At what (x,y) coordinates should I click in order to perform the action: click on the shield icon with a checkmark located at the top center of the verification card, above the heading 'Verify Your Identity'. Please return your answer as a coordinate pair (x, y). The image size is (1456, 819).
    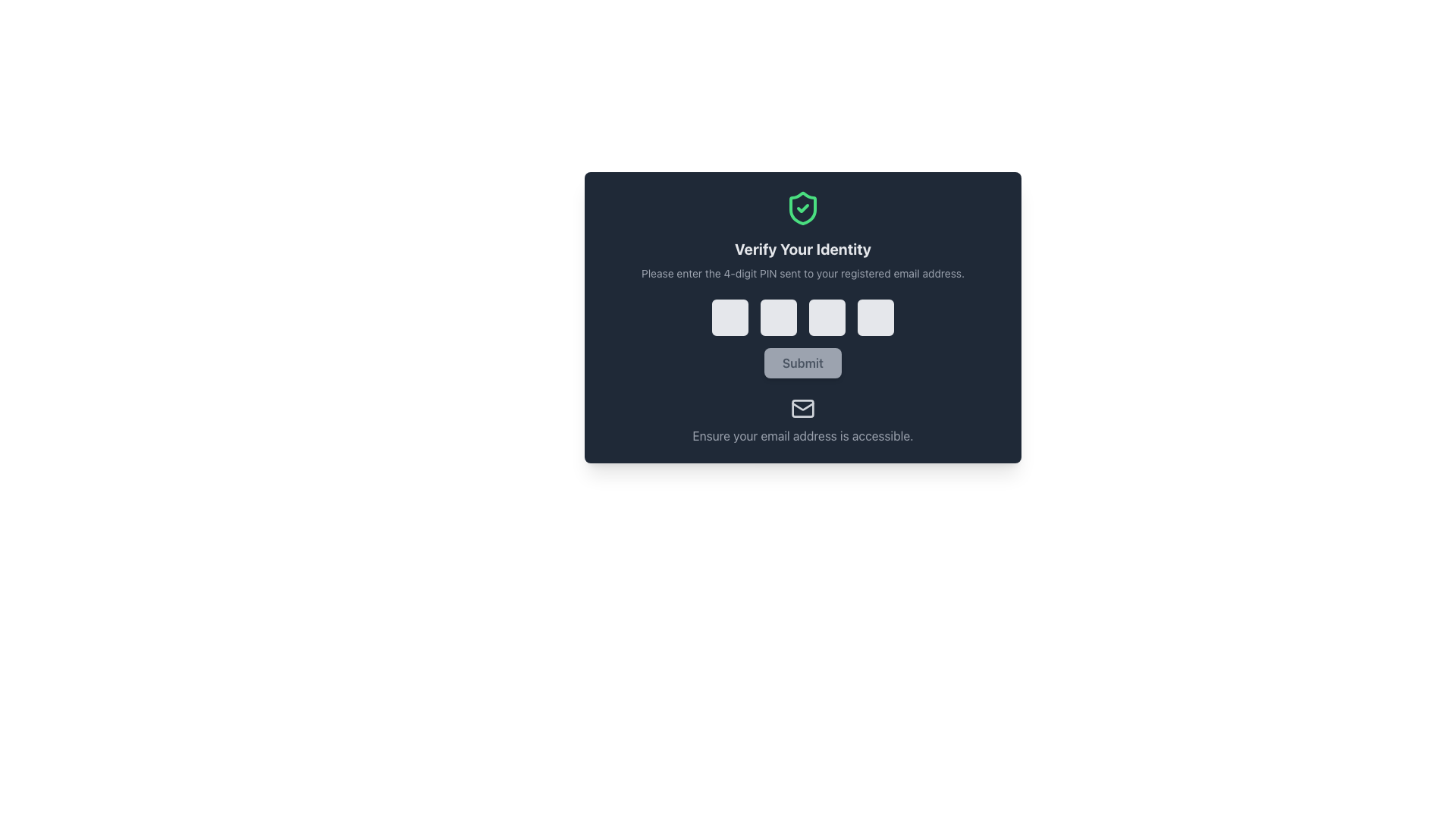
    Looking at the image, I should click on (802, 208).